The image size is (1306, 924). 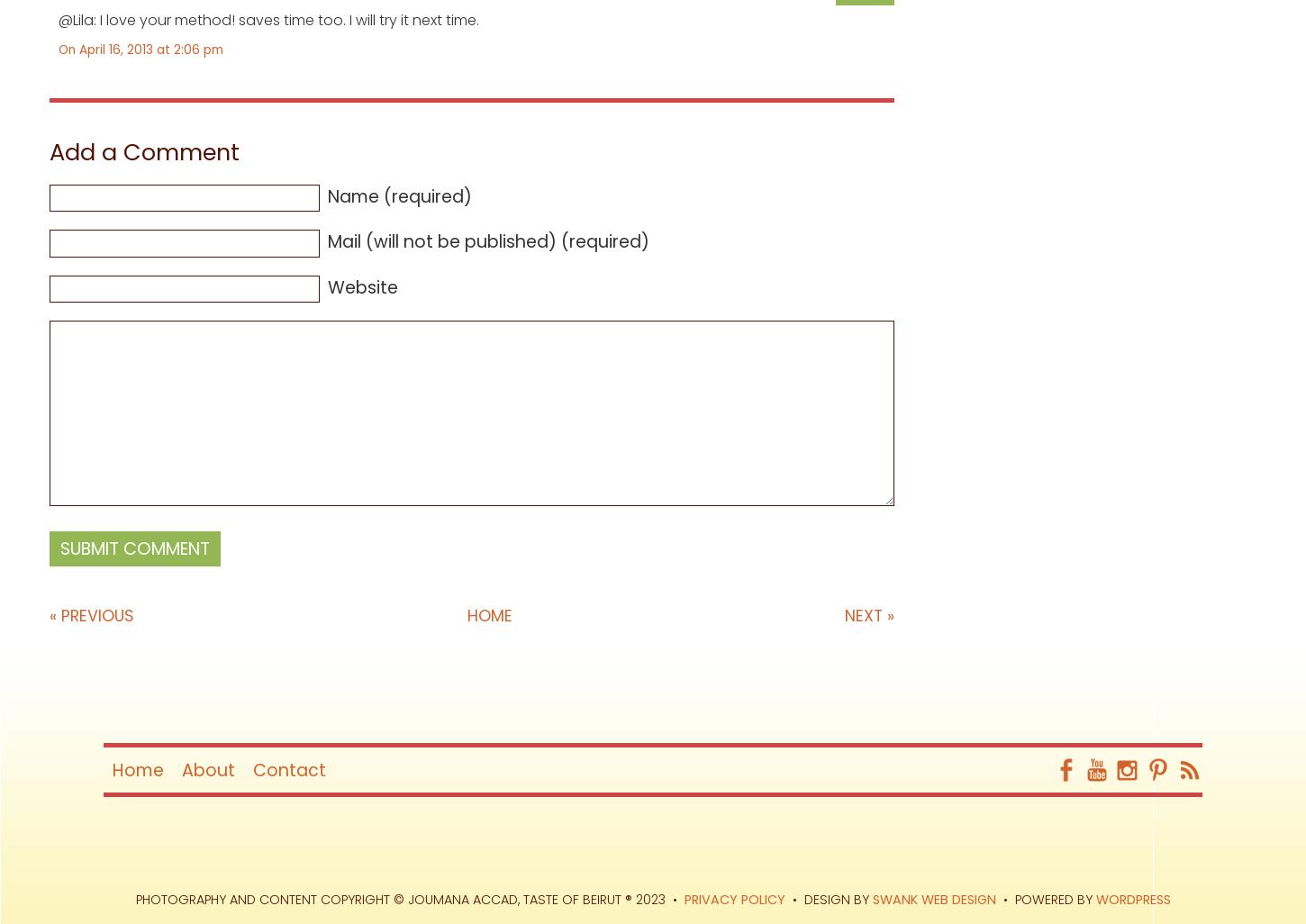 What do you see at coordinates (398, 899) in the screenshot?
I see `'Photography and Content Copyright © Joumana Accad, Taste of Beirut ® 2023'` at bounding box center [398, 899].